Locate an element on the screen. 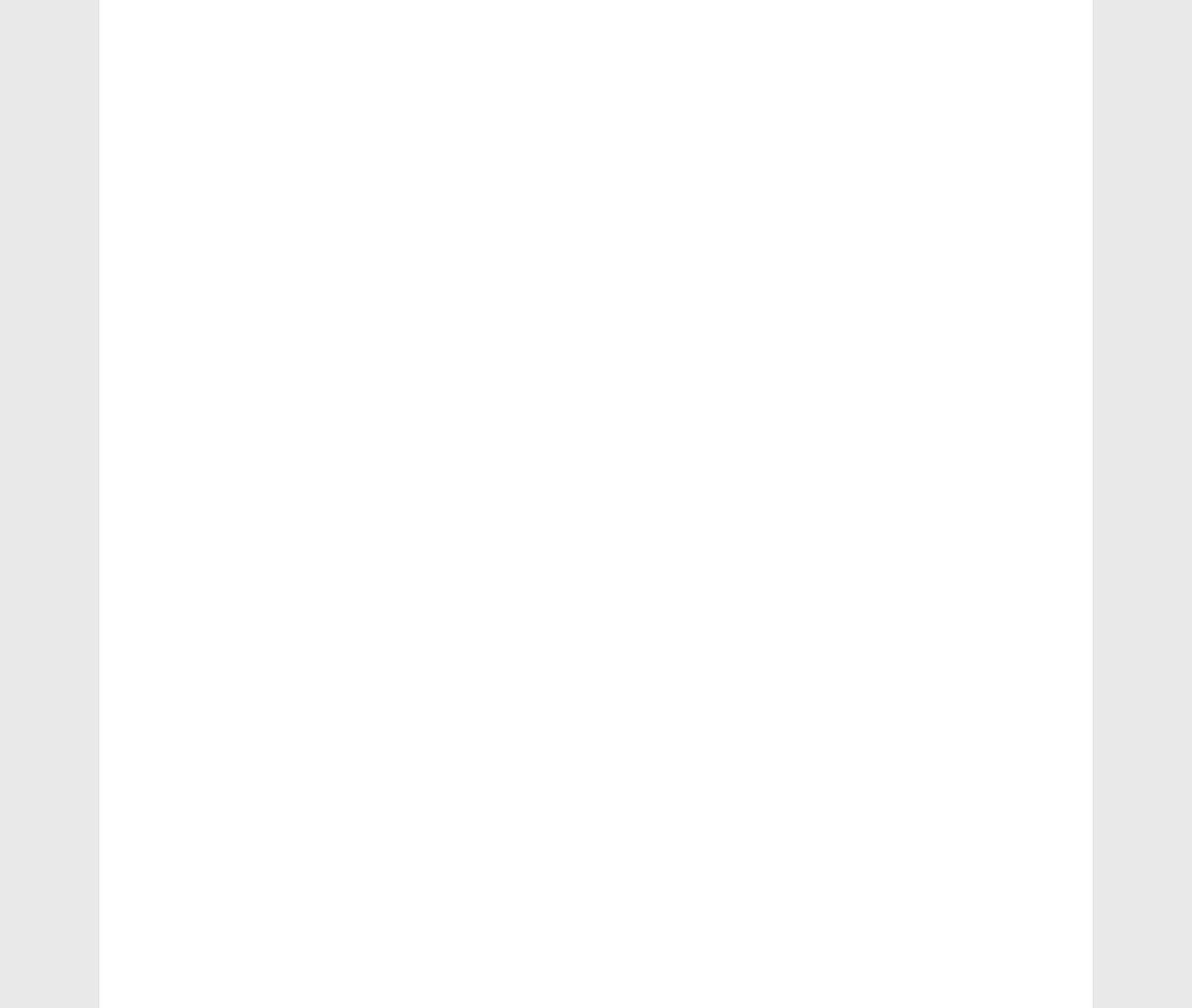 The height and width of the screenshot is (1008, 1192). 'You can Become Rich Also' is located at coordinates (933, 130).